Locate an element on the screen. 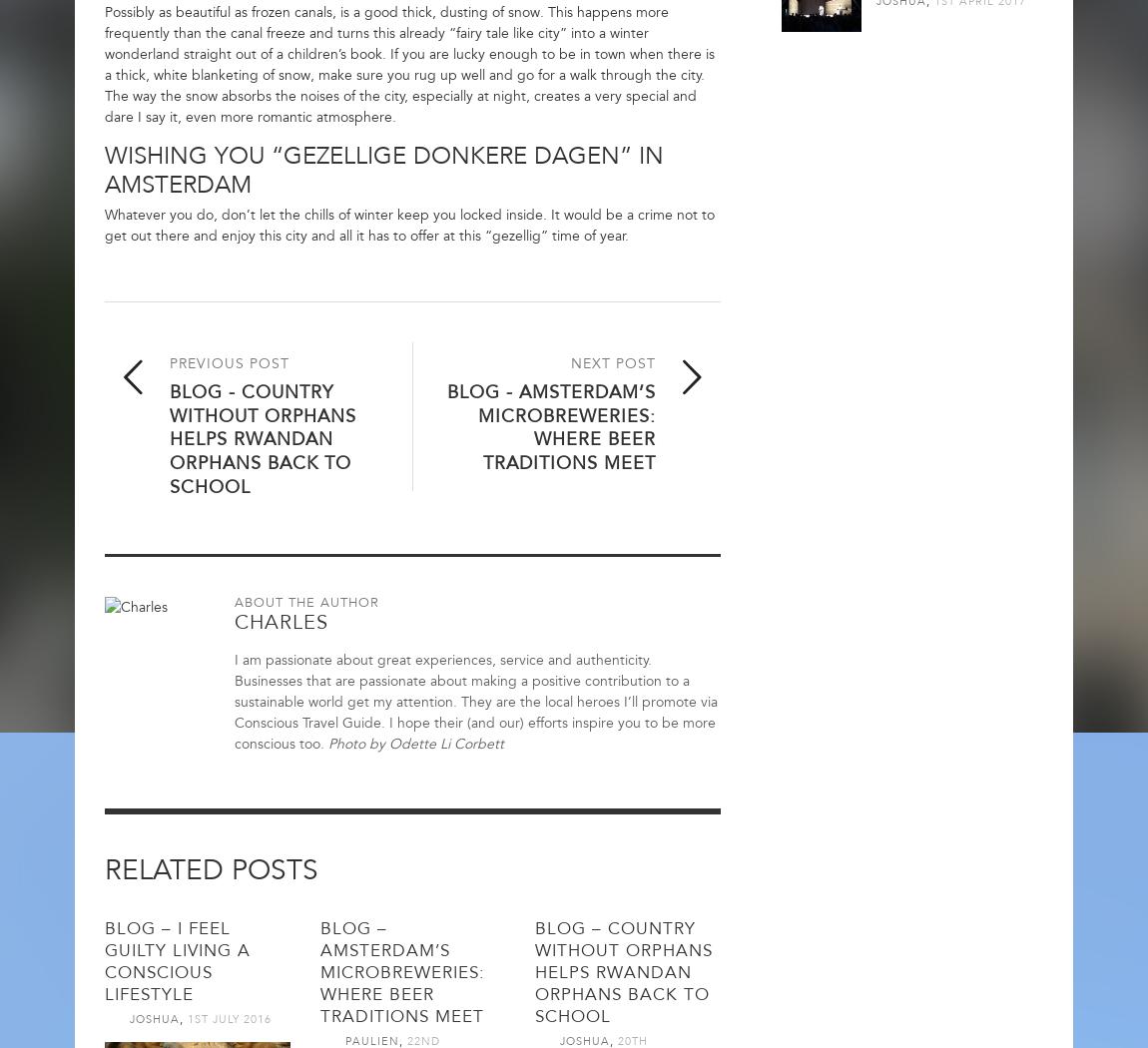  'Blog – I feel guilty living a conscious lifestyle' is located at coordinates (177, 959).